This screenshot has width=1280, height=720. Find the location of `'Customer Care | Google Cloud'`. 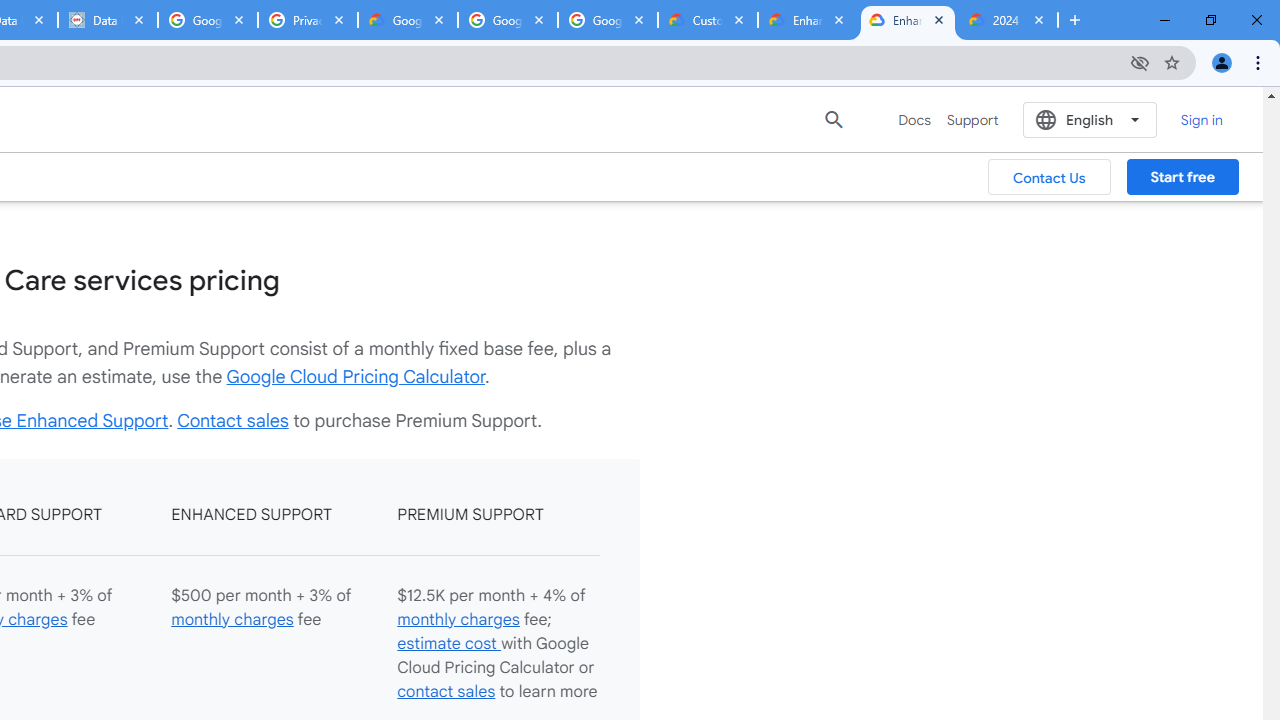

'Customer Care | Google Cloud' is located at coordinates (707, 20).